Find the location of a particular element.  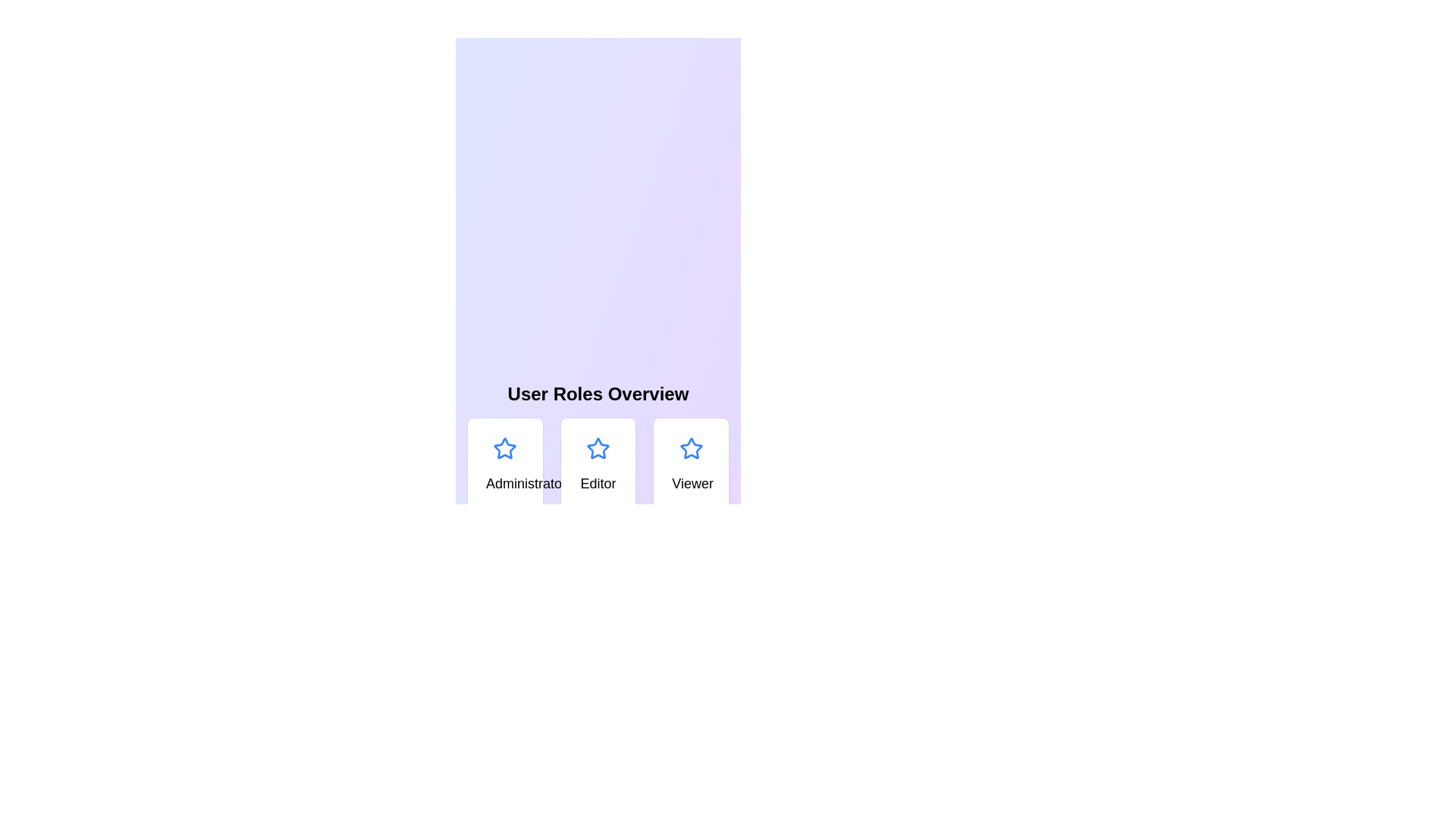

decorative icon located beneath the 'Administrator' label, which serves as a visual indicator for user role or selection option is located at coordinates (505, 447).